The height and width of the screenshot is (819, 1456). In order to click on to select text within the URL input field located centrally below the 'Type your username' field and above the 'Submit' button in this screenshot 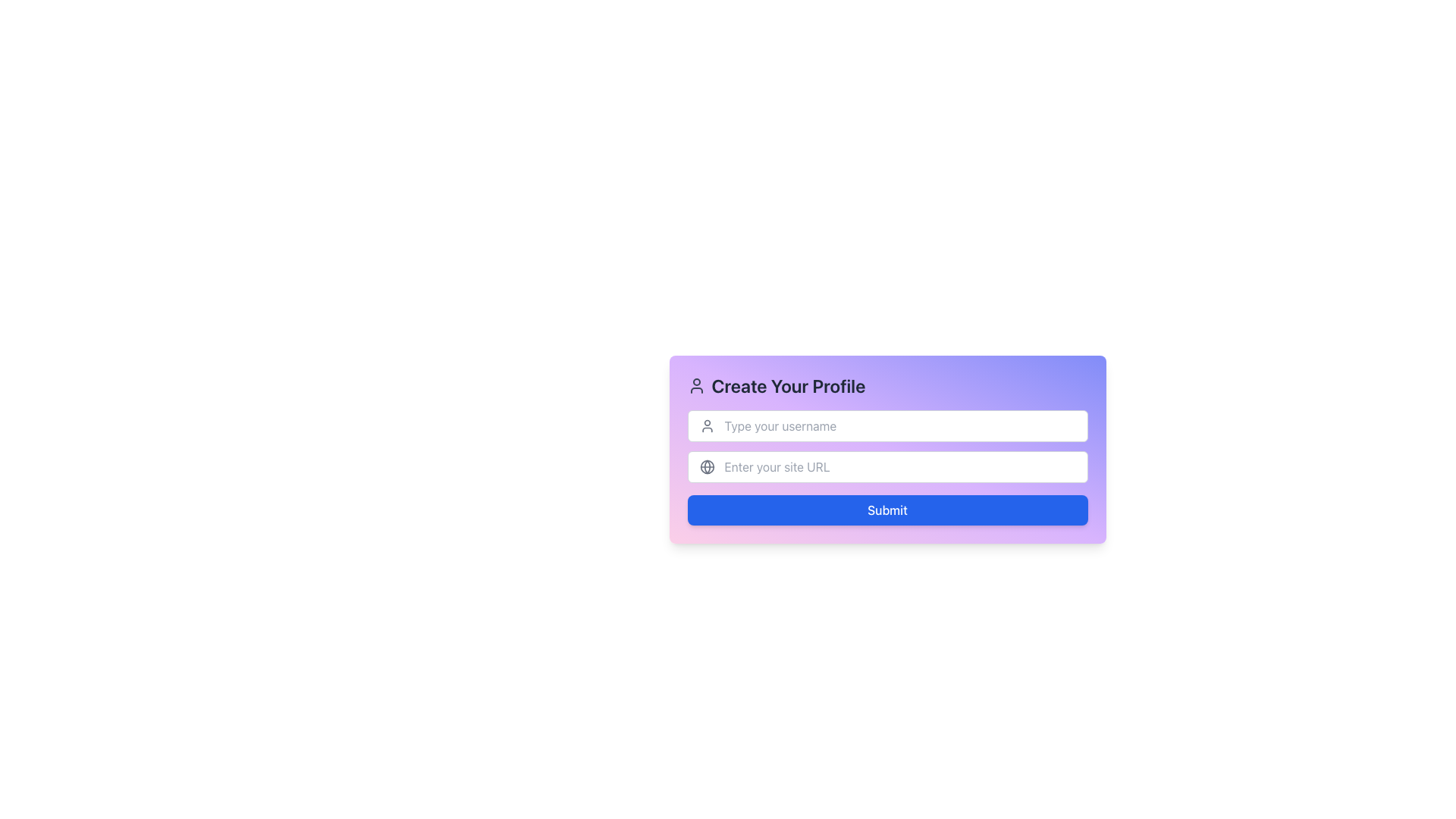, I will do `click(887, 466)`.